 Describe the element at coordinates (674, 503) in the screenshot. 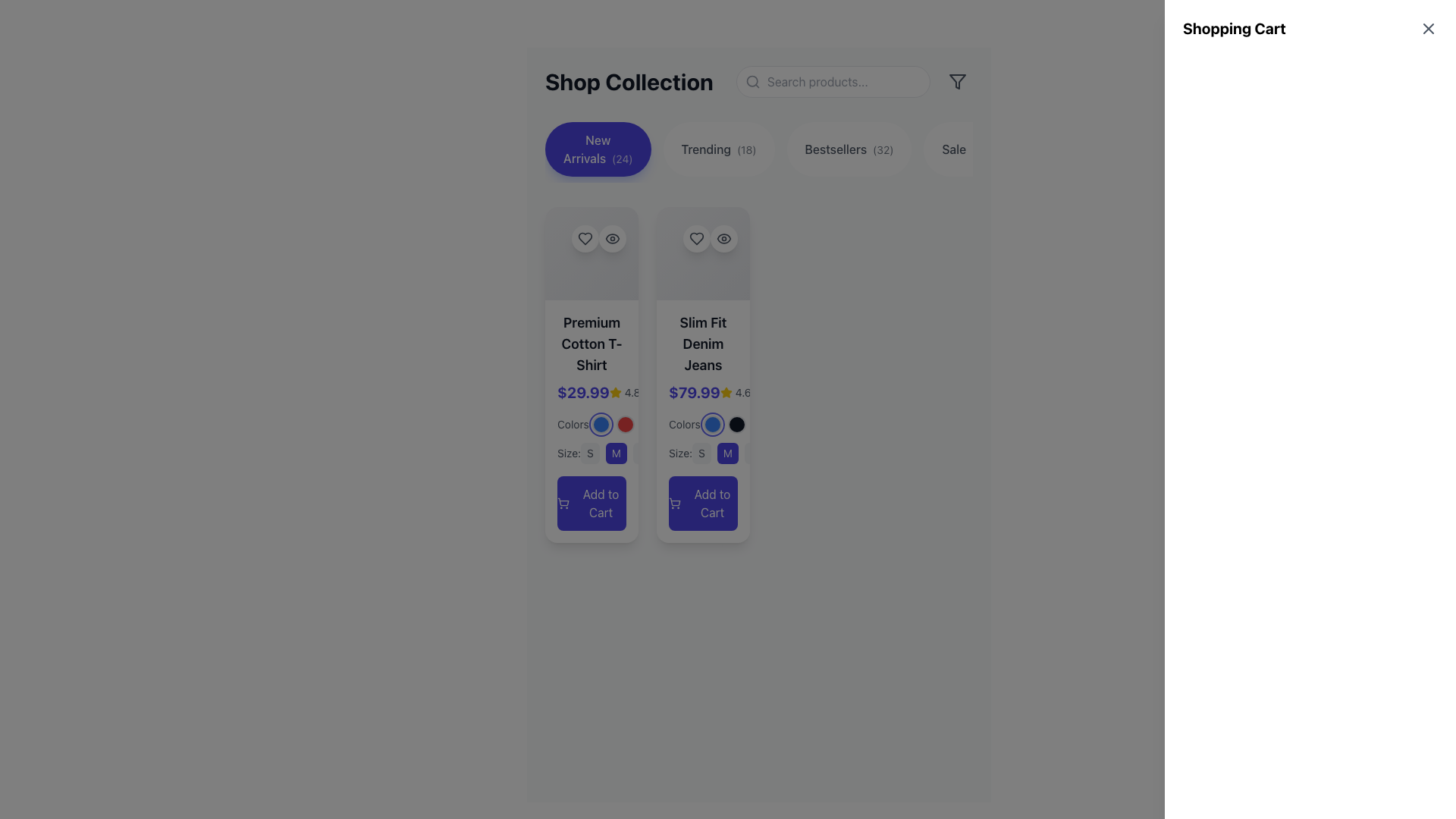

I see `the 'Add to Cart' icon for the 'Slim Fit Denim Jeans' product, which is located on the left side of the button at the bottom of the product card` at that location.